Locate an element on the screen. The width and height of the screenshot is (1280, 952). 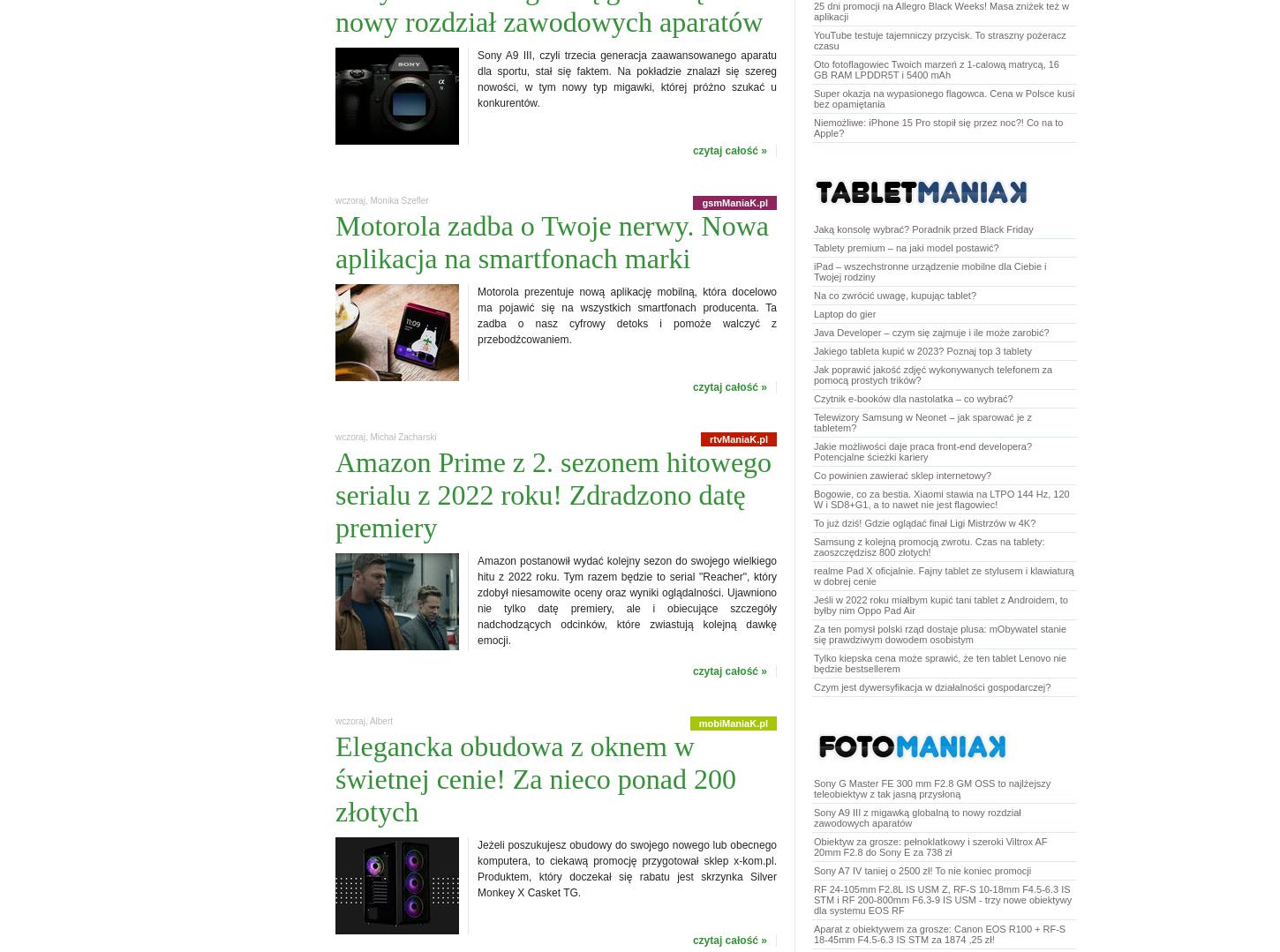
'Obiektyw za grosze: pełnoklatkowy i szeroki Viltrox AF 20mm F2.8 do Sony E za 738 zł' is located at coordinates (813, 845).